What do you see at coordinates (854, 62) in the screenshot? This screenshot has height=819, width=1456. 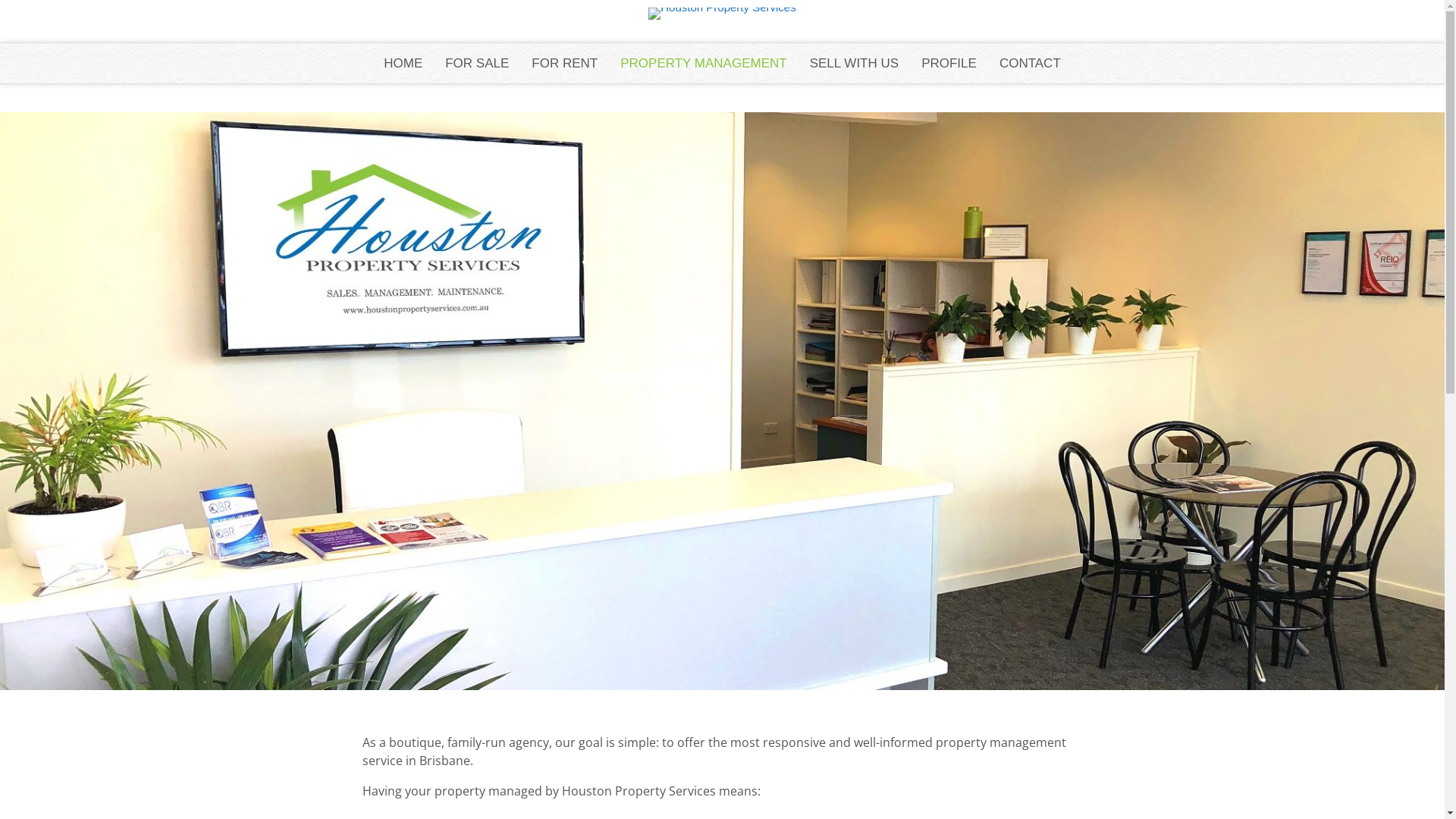 I see `'SELL WITH US'` at bounding box center [854, 62].